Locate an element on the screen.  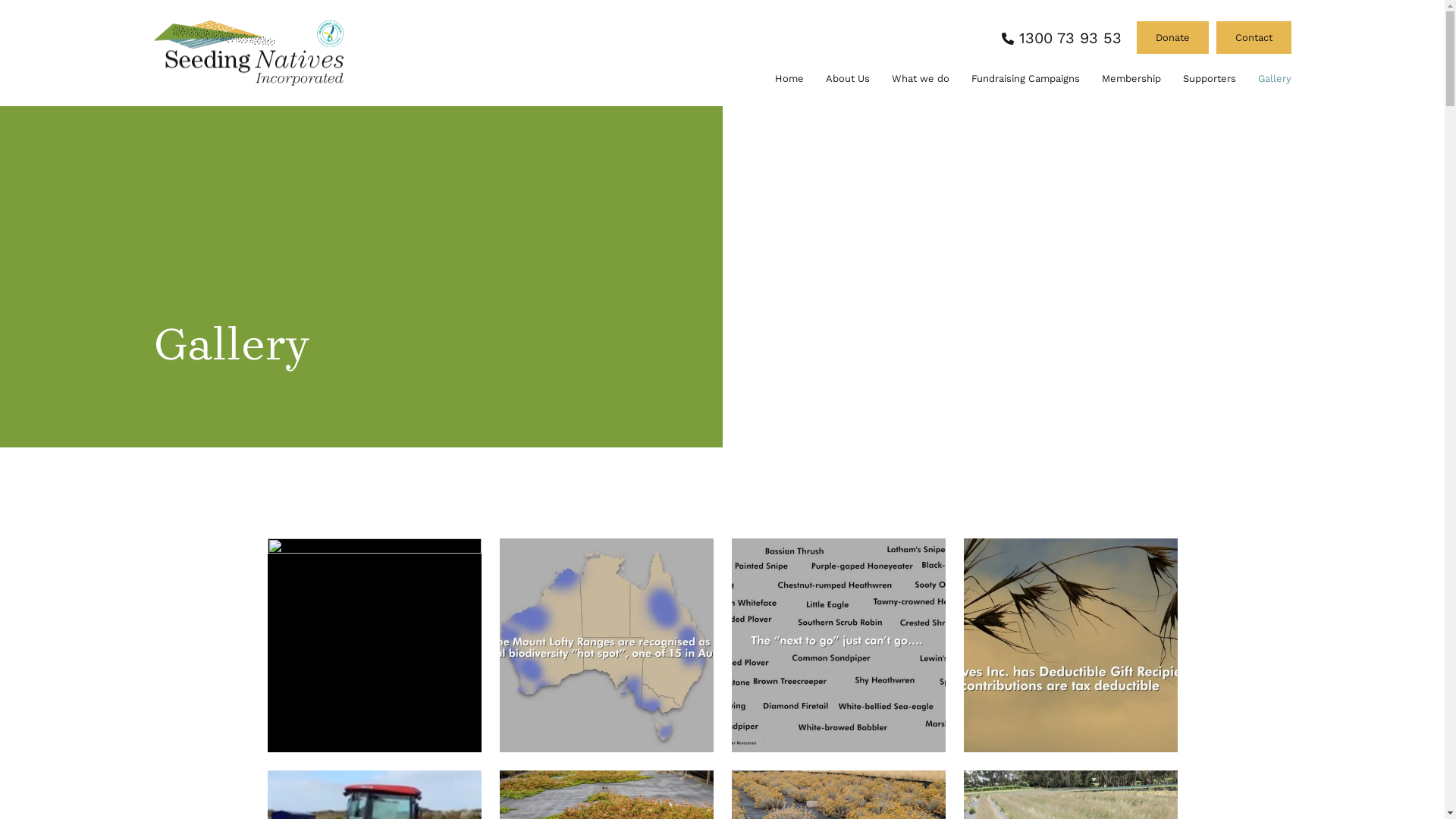
'Home' is located at coordinates (789, 79).